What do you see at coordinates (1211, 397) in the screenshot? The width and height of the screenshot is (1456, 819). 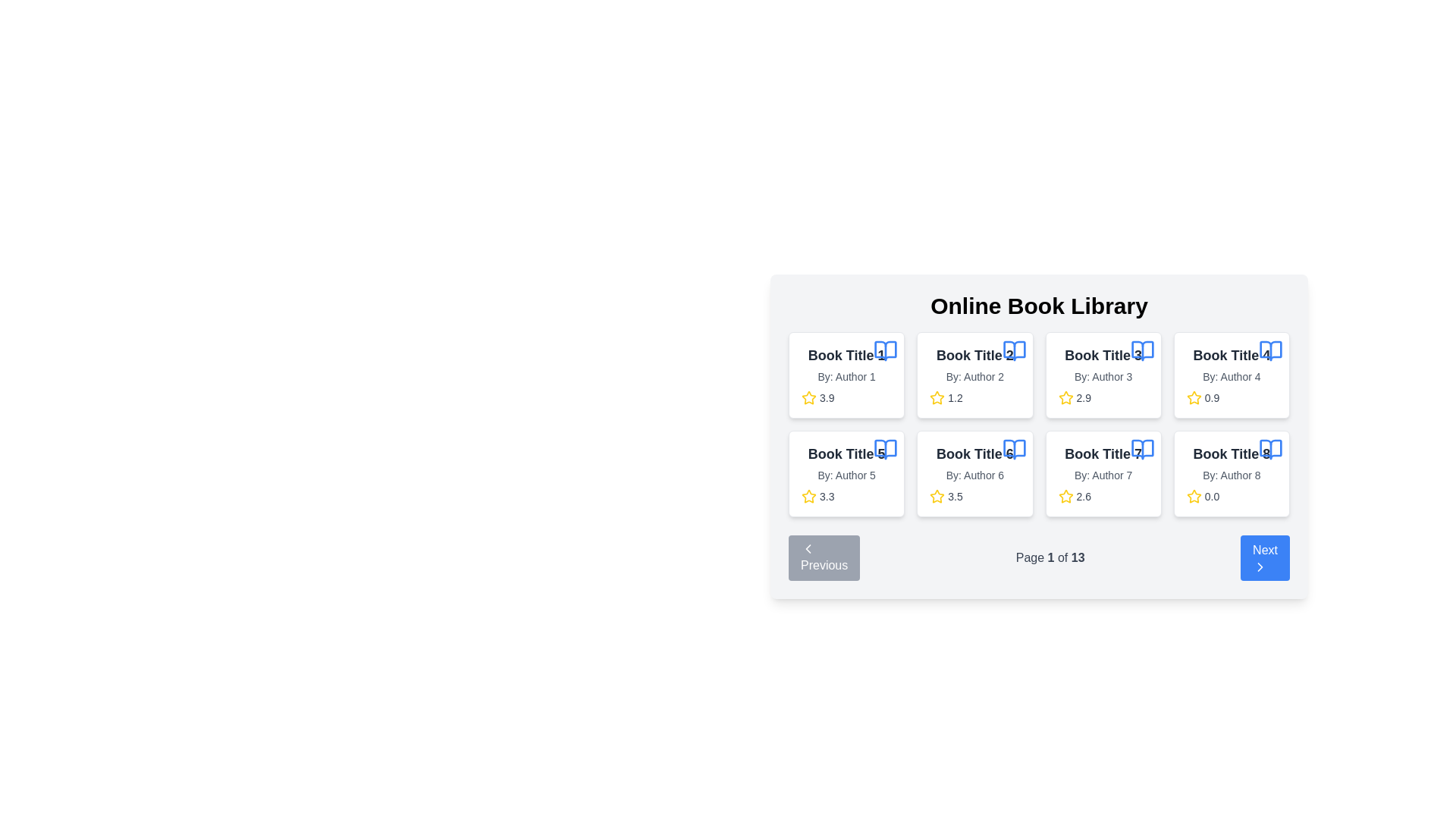 I see `the text label displaying the rating value '0.9', which is located in the fourth book tile from the left in the top row of the grid layout, adjacent to a yellow star icon` at bounding box center [1211, 397].